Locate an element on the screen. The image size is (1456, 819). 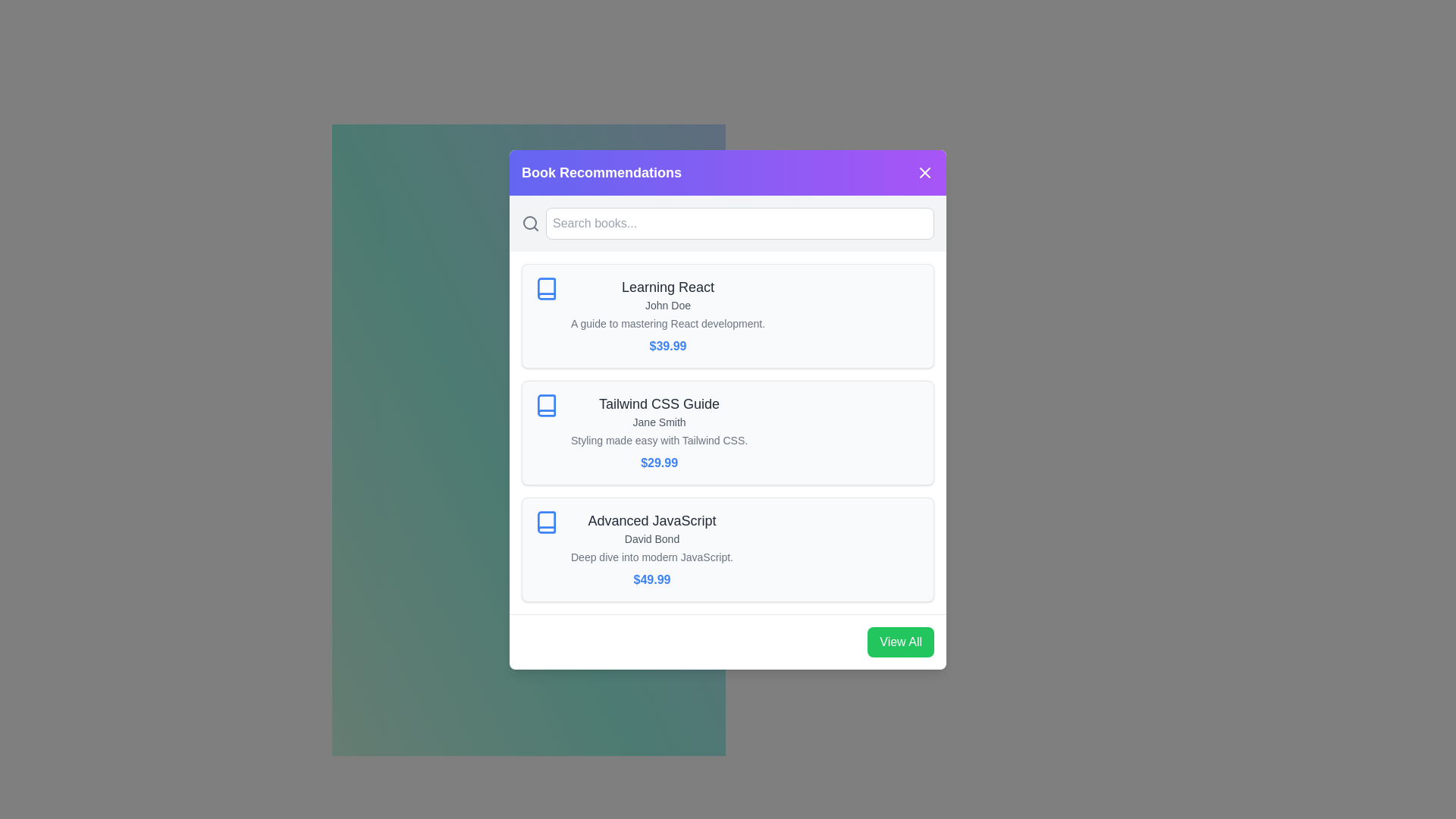
the Close button icon located at the top-right corner of the purple gradient header bar of the modal is located at coordinates (924, 171).